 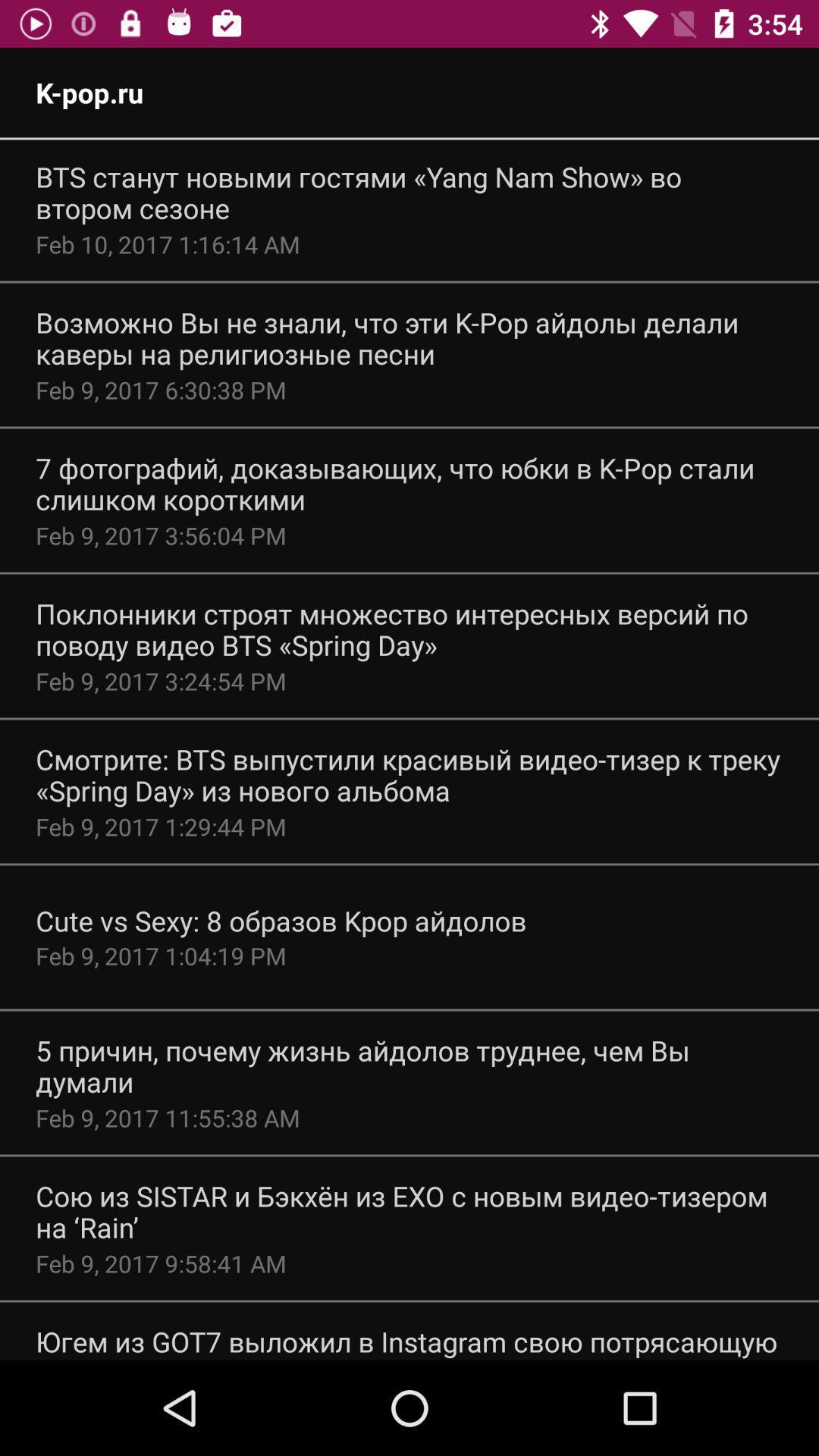 I want to click on icon above the feb 9 2017 item, so click(x=409, y=483).